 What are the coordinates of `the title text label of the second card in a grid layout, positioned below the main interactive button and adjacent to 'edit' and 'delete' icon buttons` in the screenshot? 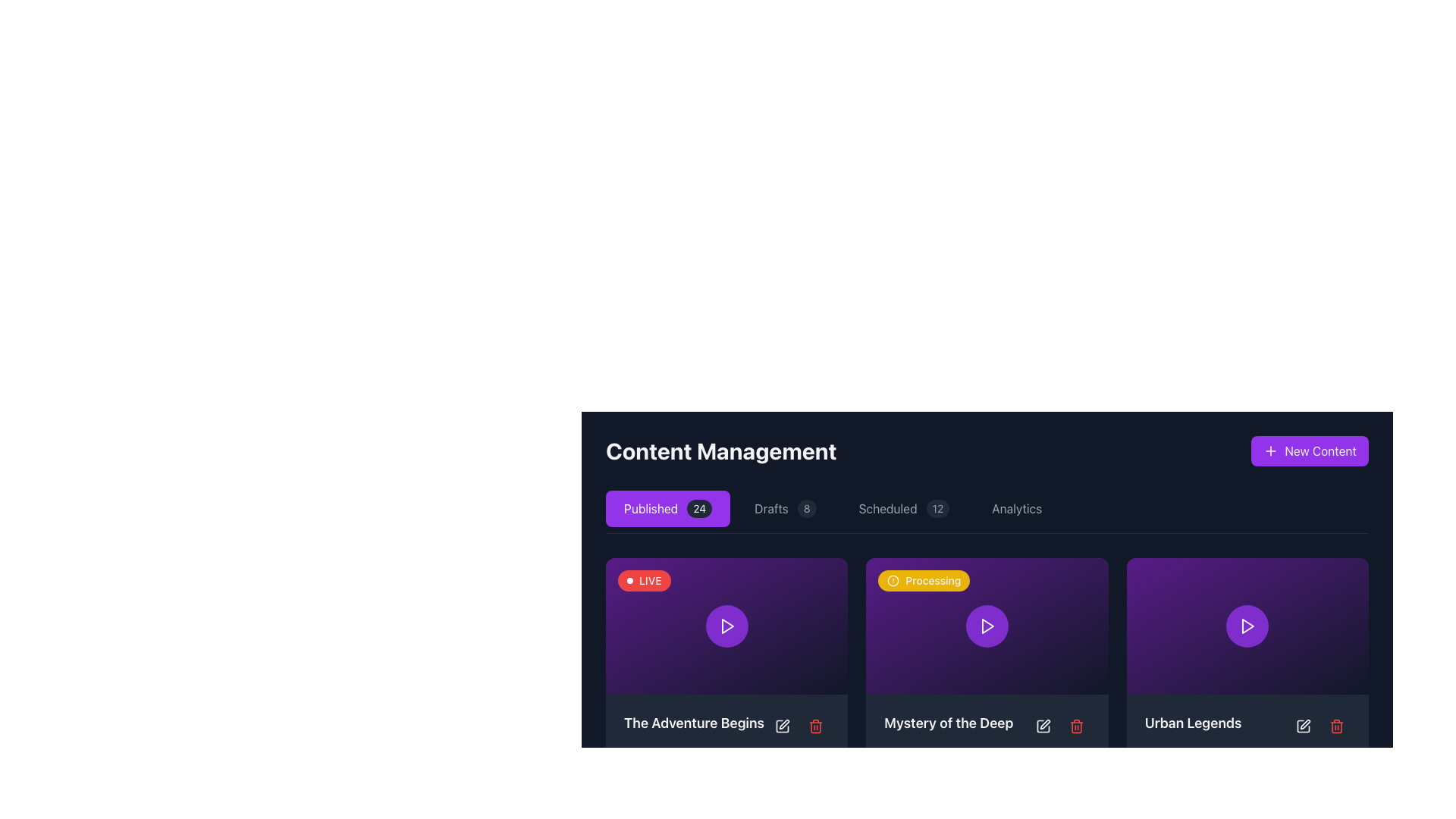 It's located at (987, 725).